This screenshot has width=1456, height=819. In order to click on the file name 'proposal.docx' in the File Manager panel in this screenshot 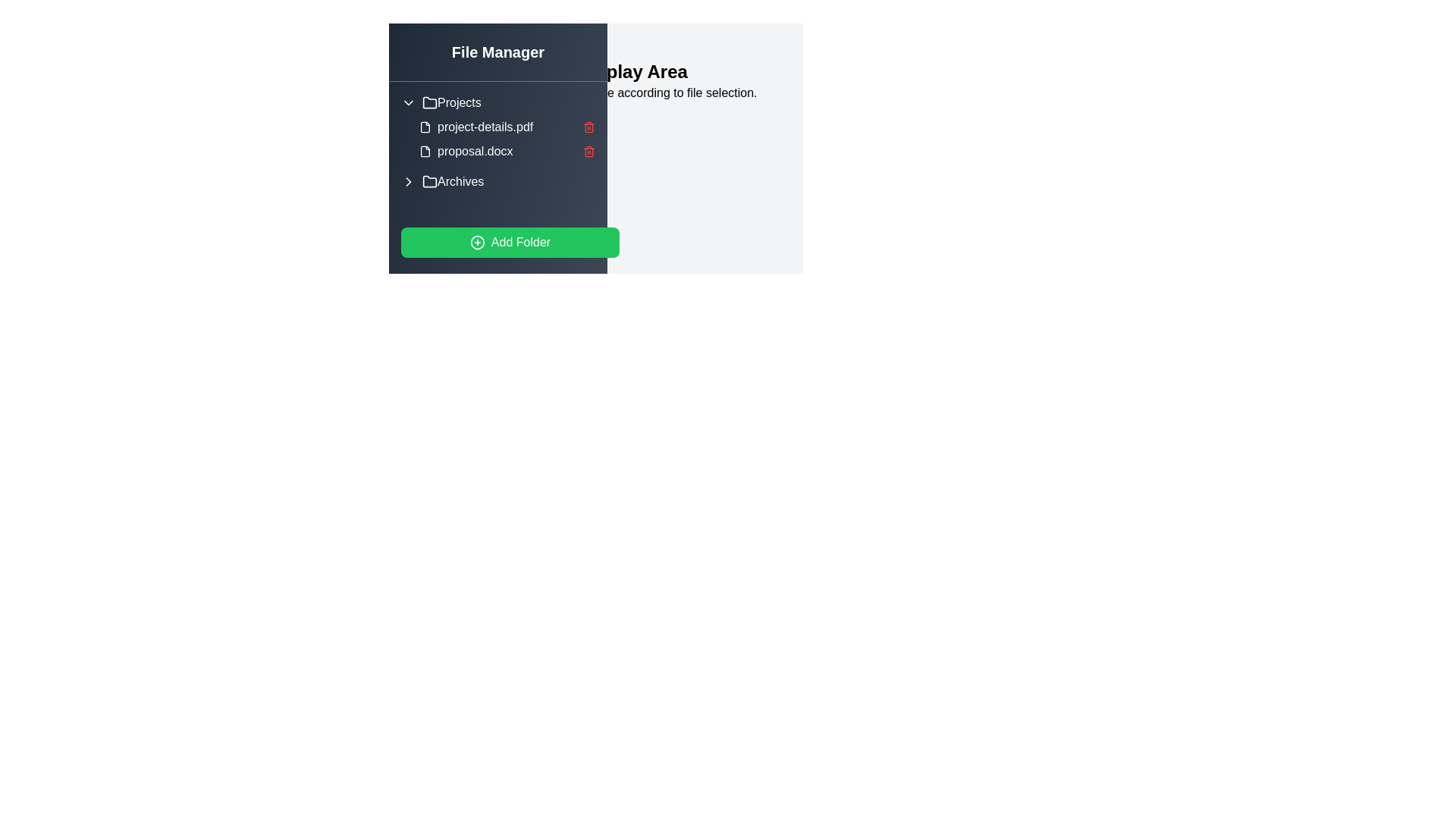, I will do `click(507, 152)`.